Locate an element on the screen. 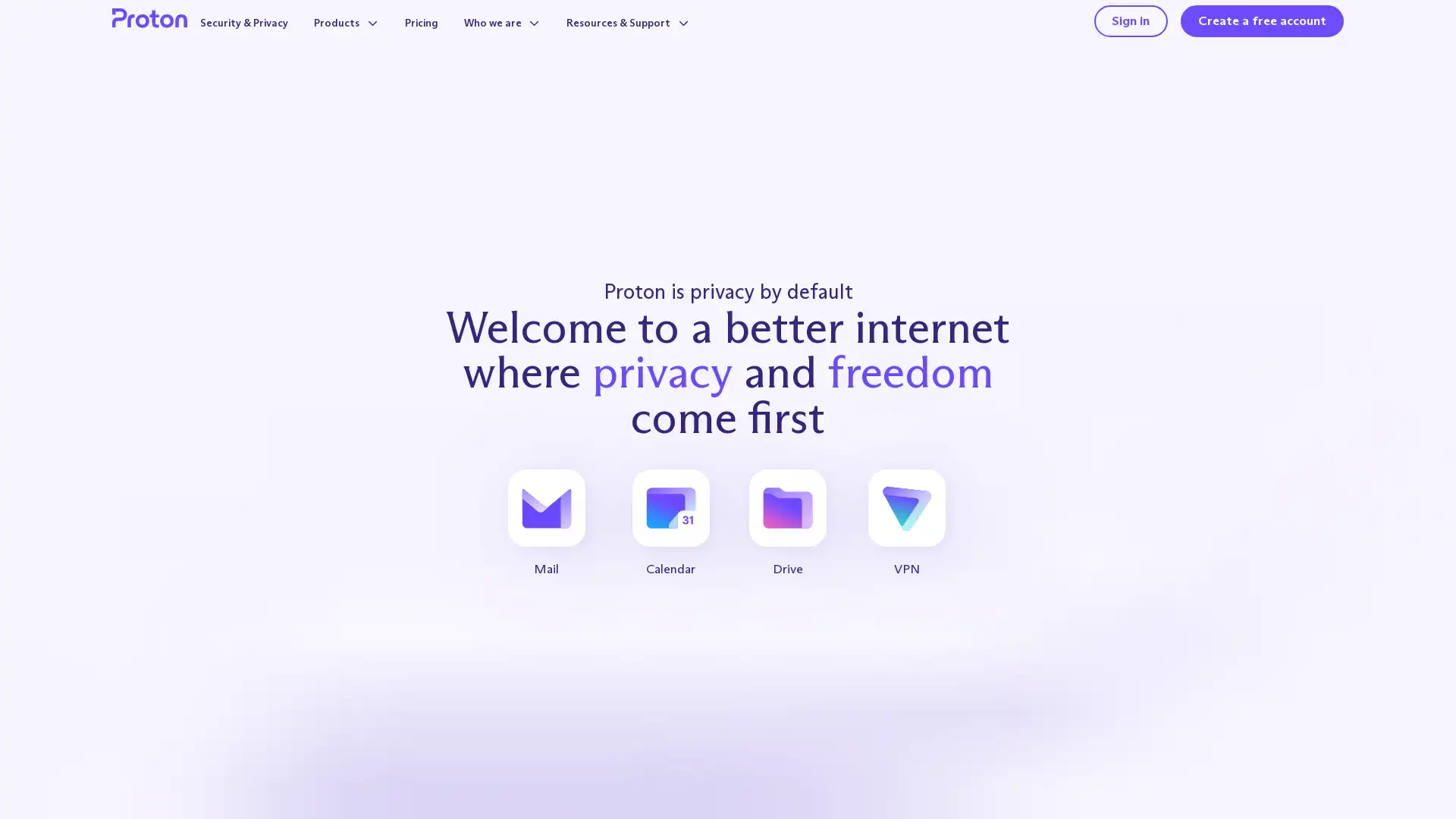 This screenshot has height=819, width=1456. Resources & Support is located at coordinates (655, 39).